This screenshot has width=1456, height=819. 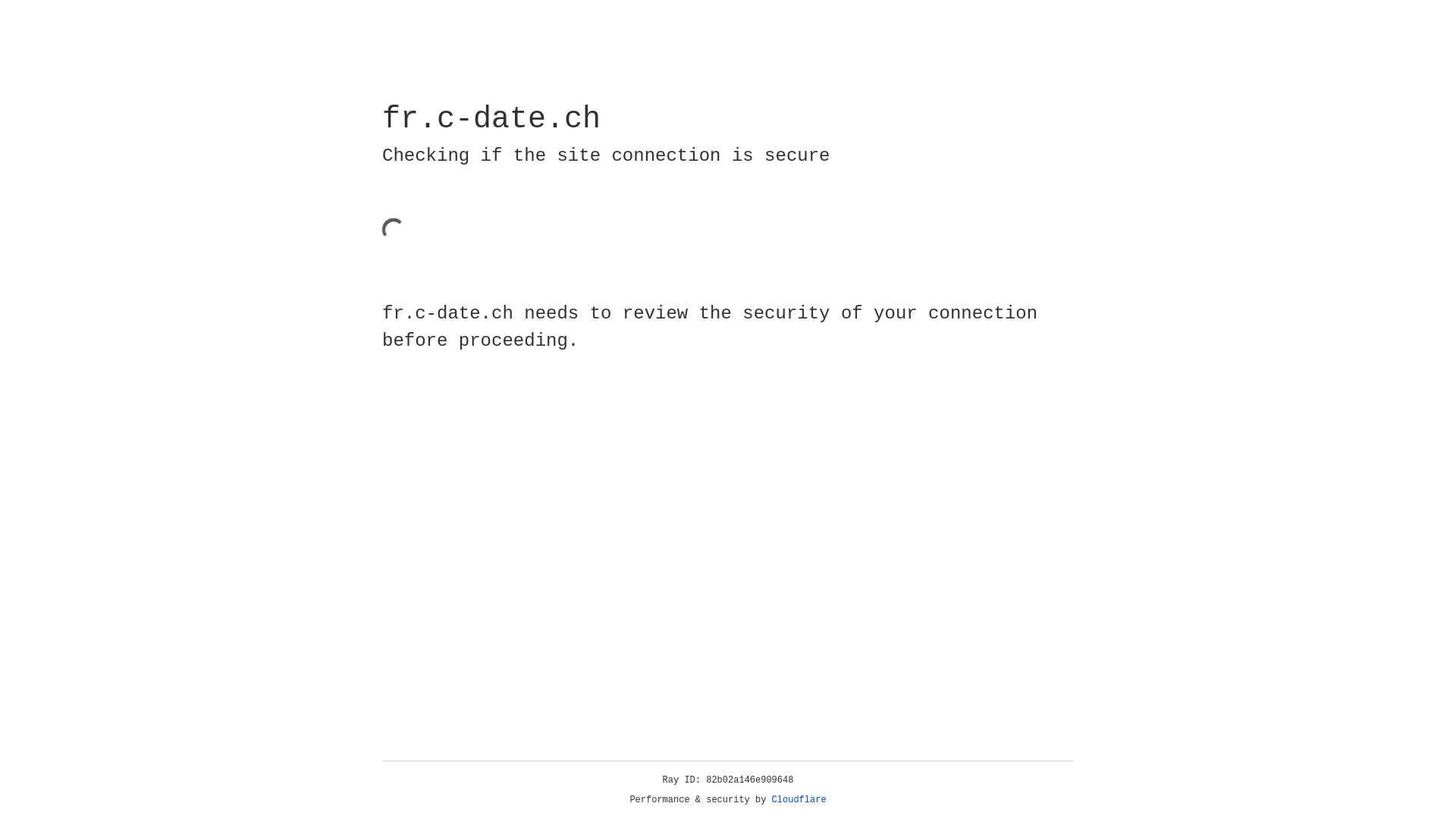 What do you see at coordinates (771, 799) in the screenshot?
I see `'Cloudflare'` at bounding box center [771, 799].